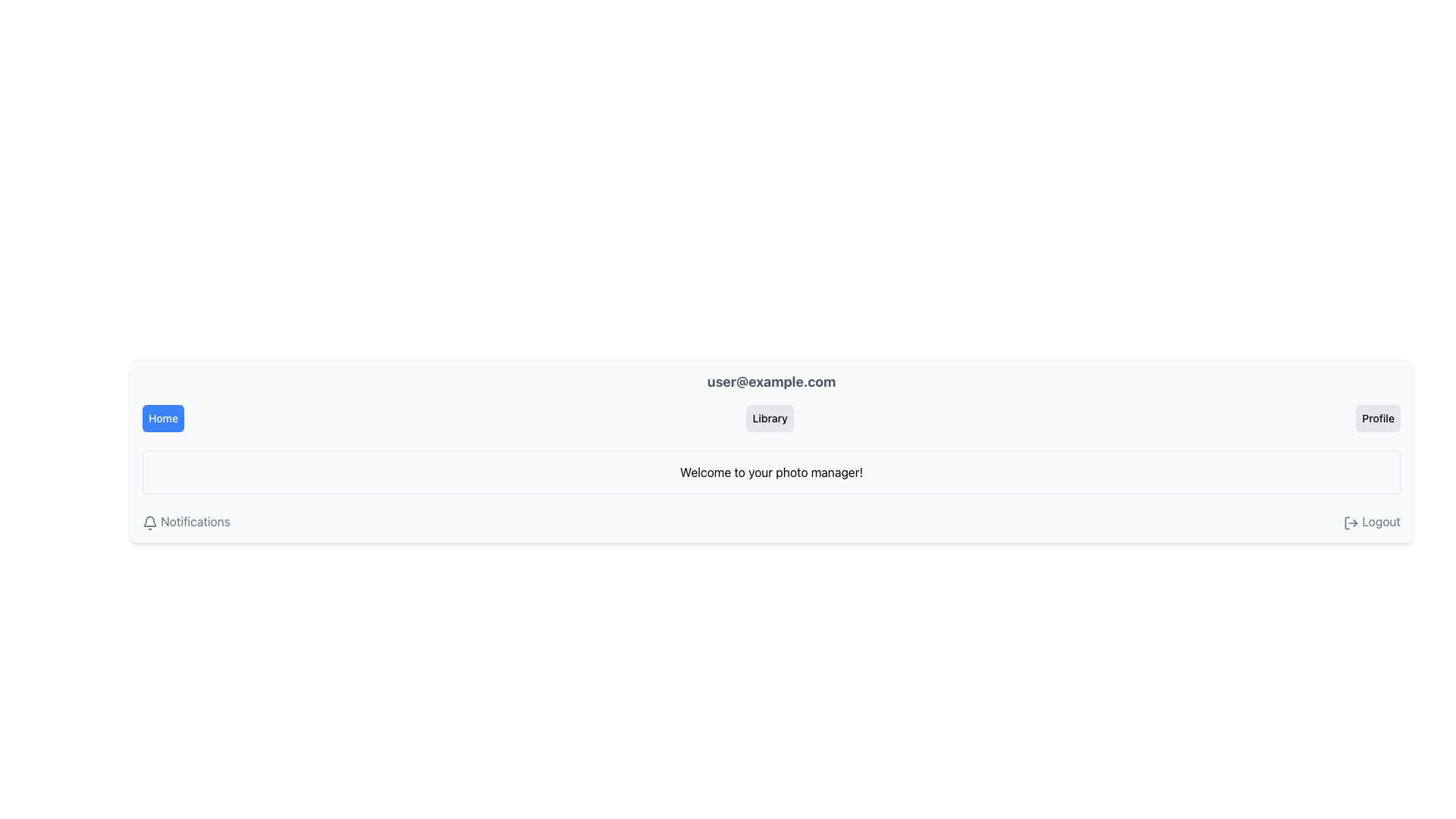 Image resolution: width=1456 pixels, height=819 pixels. I want to click on the button located in the header bar between the 'Home' and 'Profile' buttons, so click(770, 418).